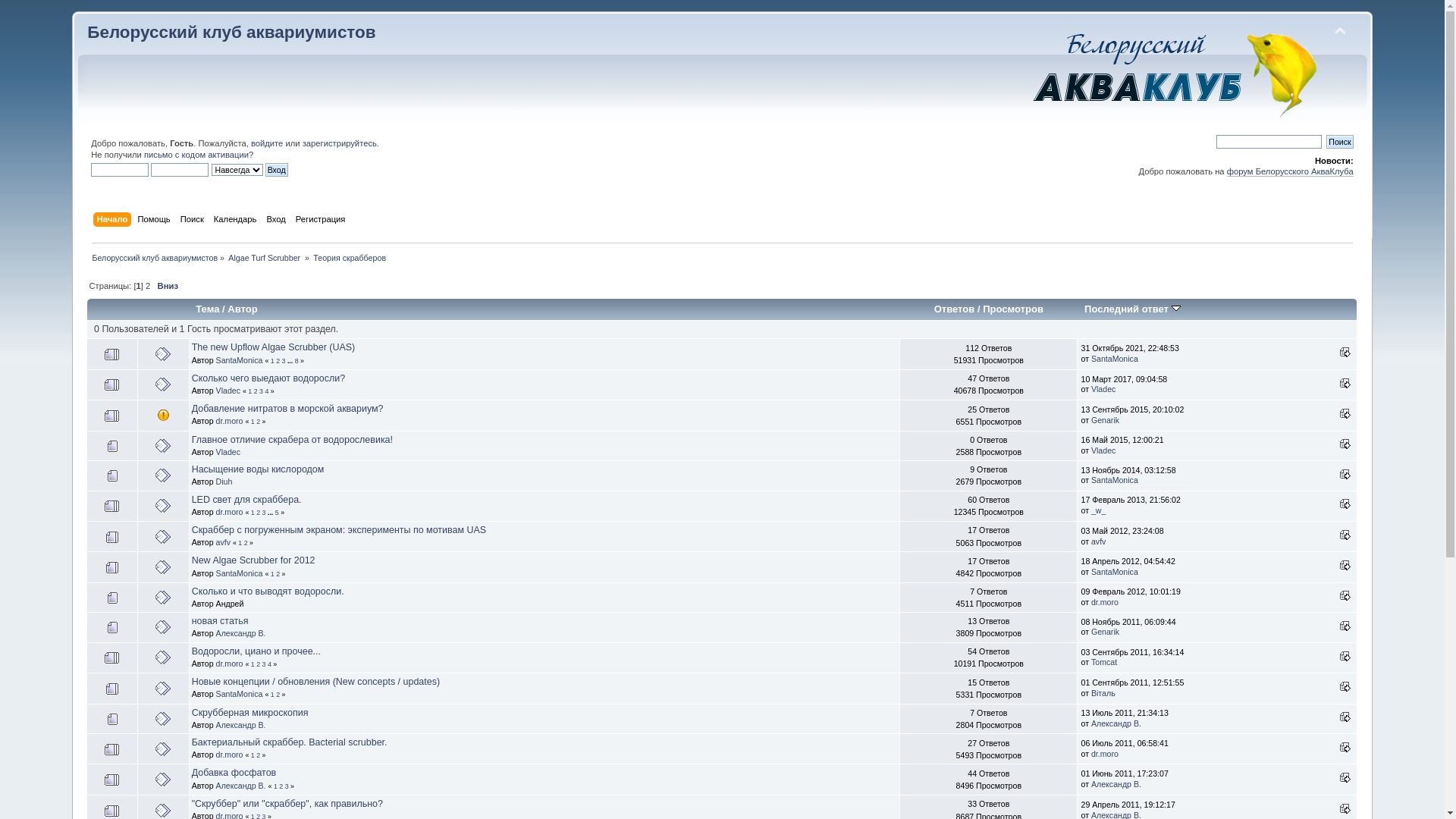 The width and height of the screenshot is (1456, 819). What do you see at coordinates (1114, 359) in the screenshot?
I see `'SantaMonica'` at bounding box center [1114, 359].